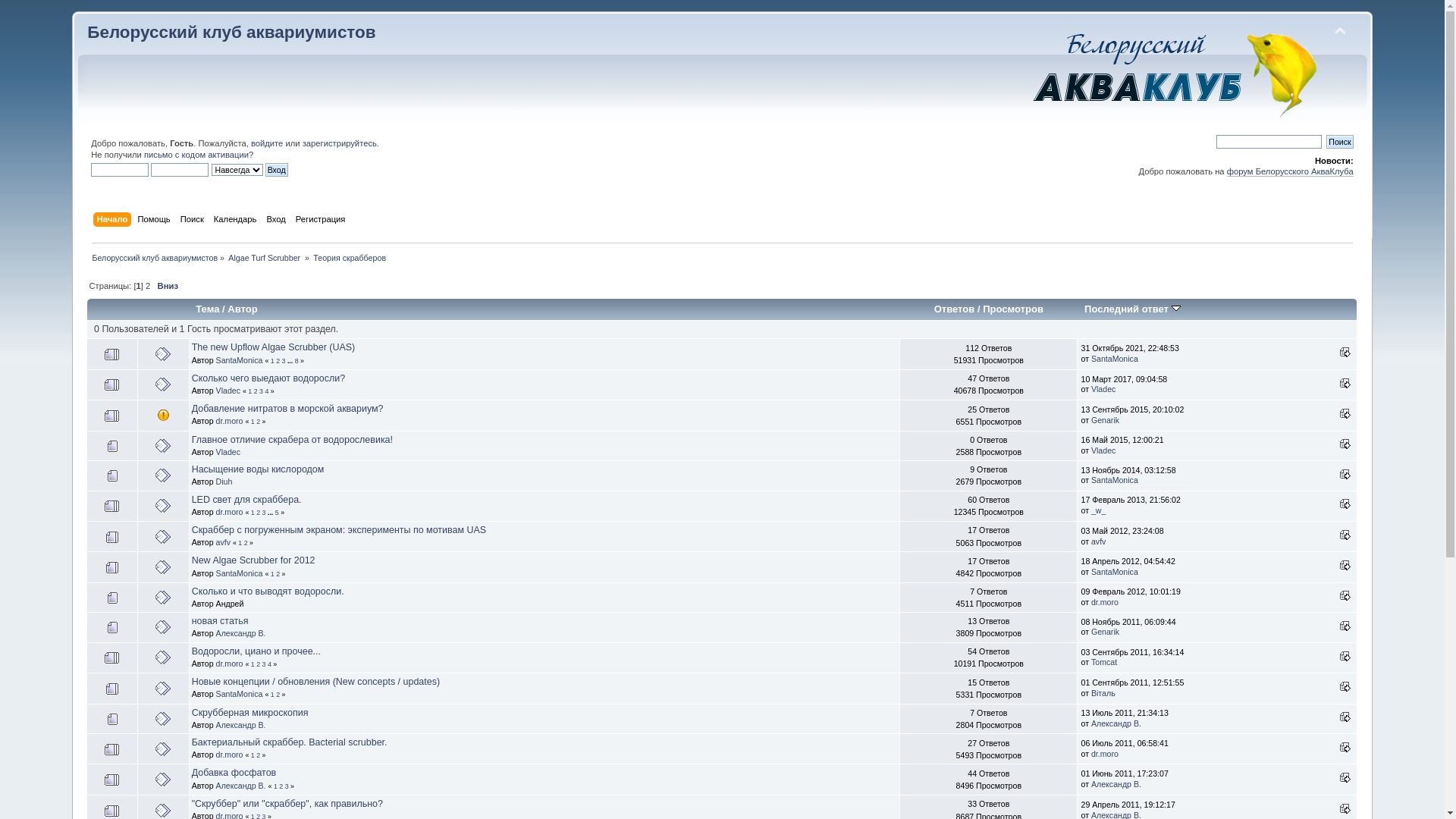 The width and height of the screenshot is (1456, 819). What do you see at coordinates (1114, 359) in the screenshot?
I see `'SantaMonica'` at bounding box center [1114, 359].